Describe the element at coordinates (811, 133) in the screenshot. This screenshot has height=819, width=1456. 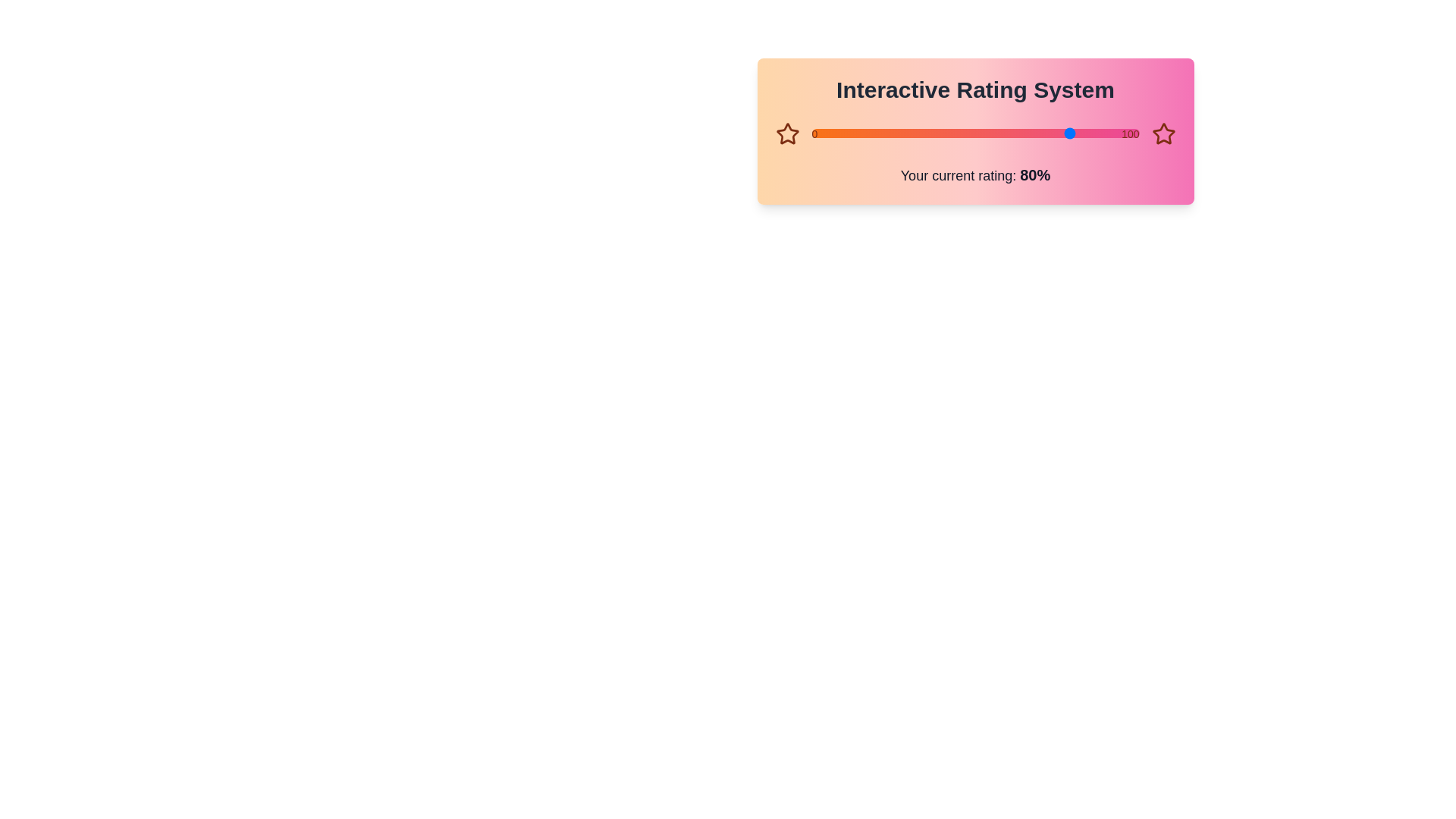
I see `the slider to set the rating to 28%` at that location.